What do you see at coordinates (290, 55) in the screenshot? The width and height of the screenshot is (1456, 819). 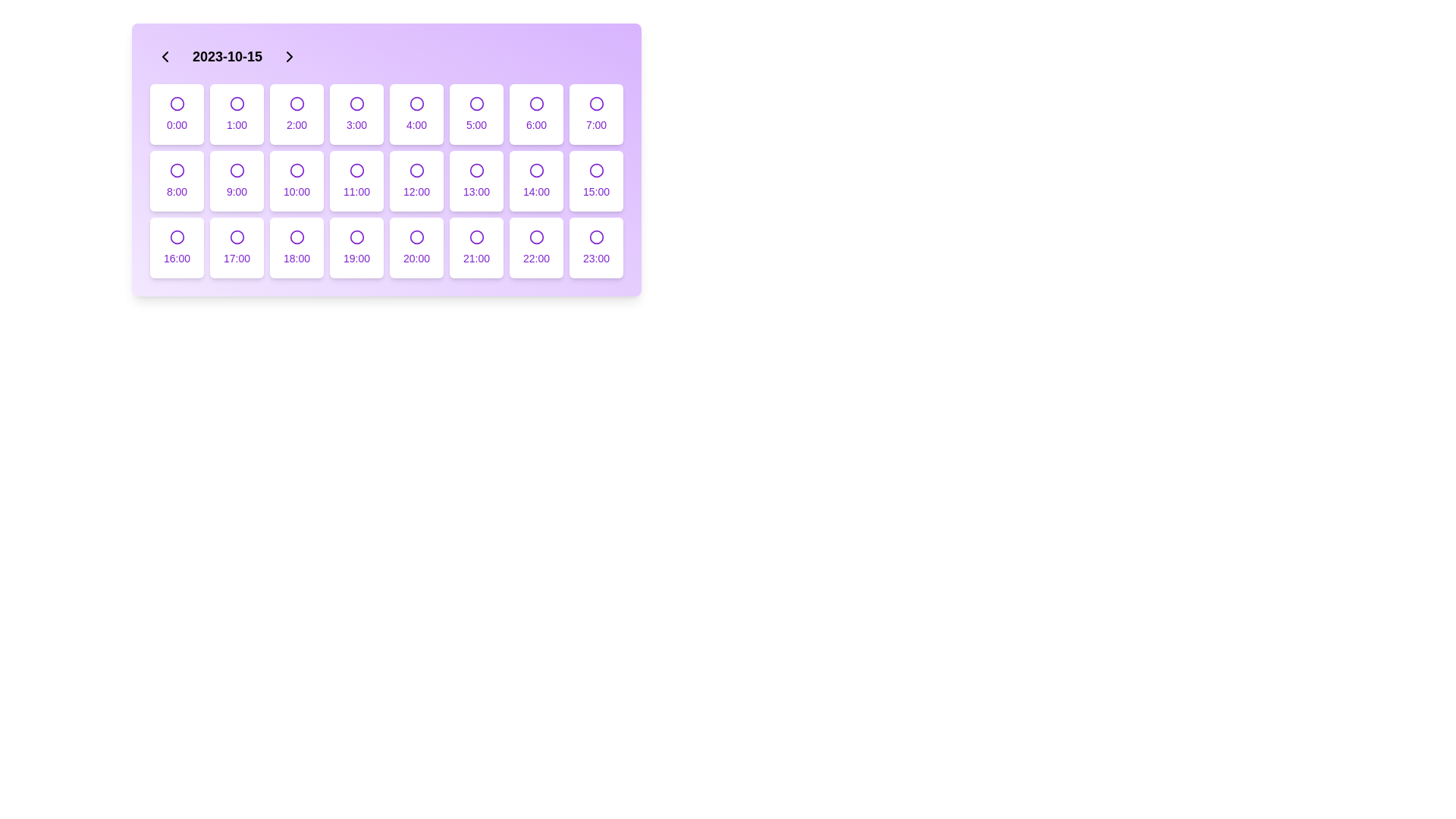 I see `the rightmost button in the date selector group` at bounding box center [290, 55].